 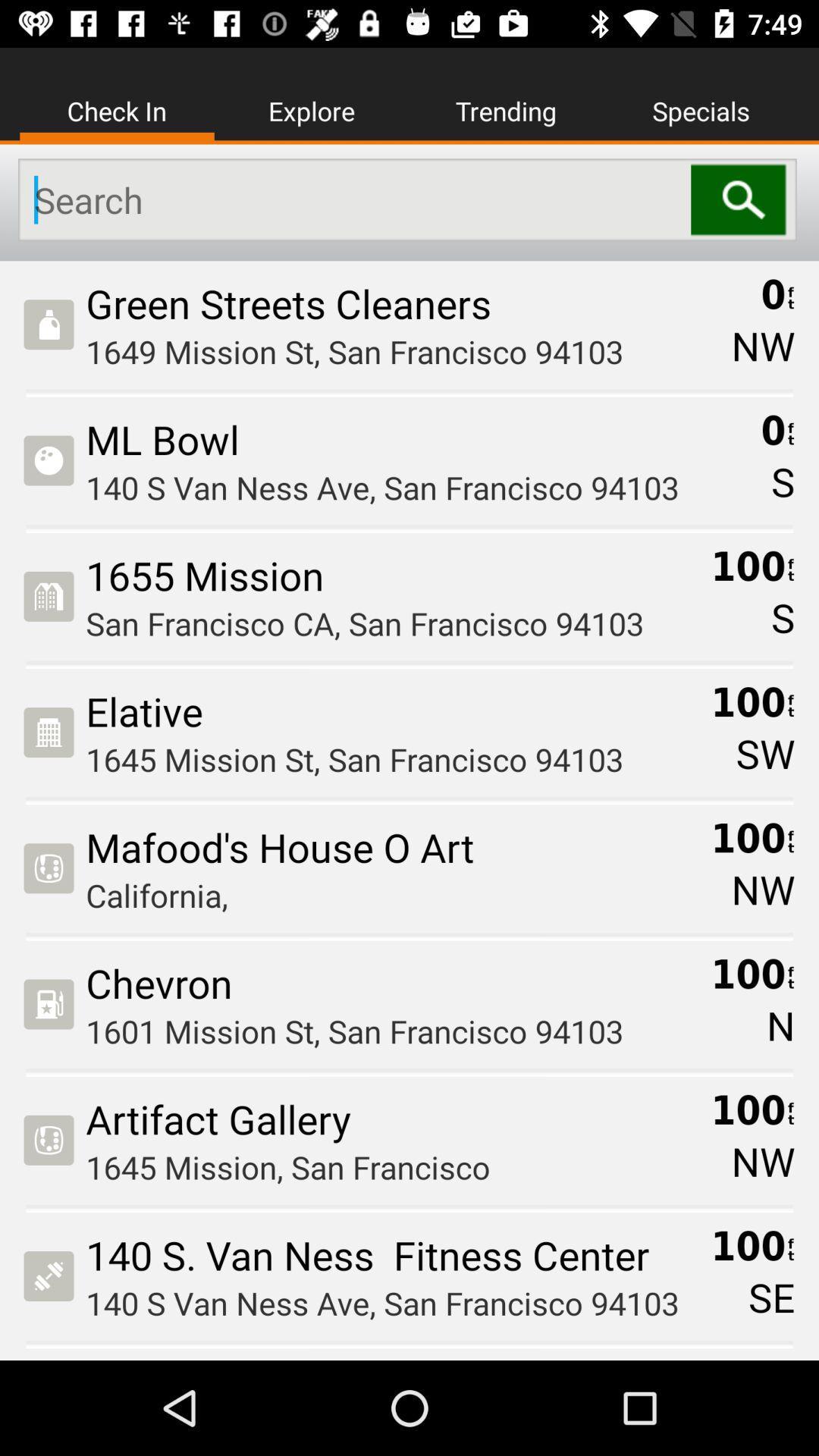 What do you see at coordinates (403, 303) in the screenshot?
I see `the item above 1649 mission st` at bounding box center [403, 303].